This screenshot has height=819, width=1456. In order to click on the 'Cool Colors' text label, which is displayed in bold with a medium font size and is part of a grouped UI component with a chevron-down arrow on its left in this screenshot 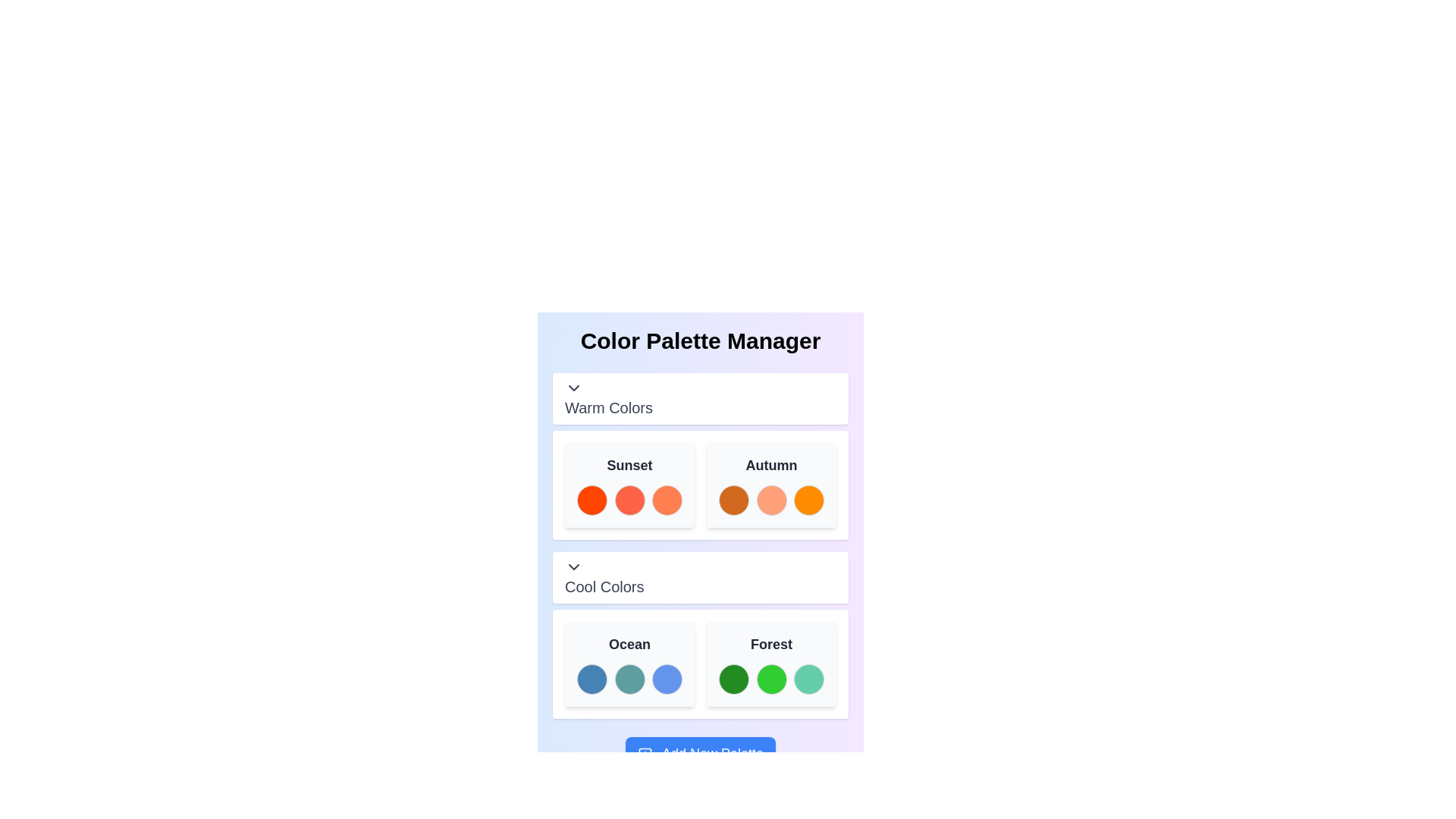, I will do `click(604, 578)`.